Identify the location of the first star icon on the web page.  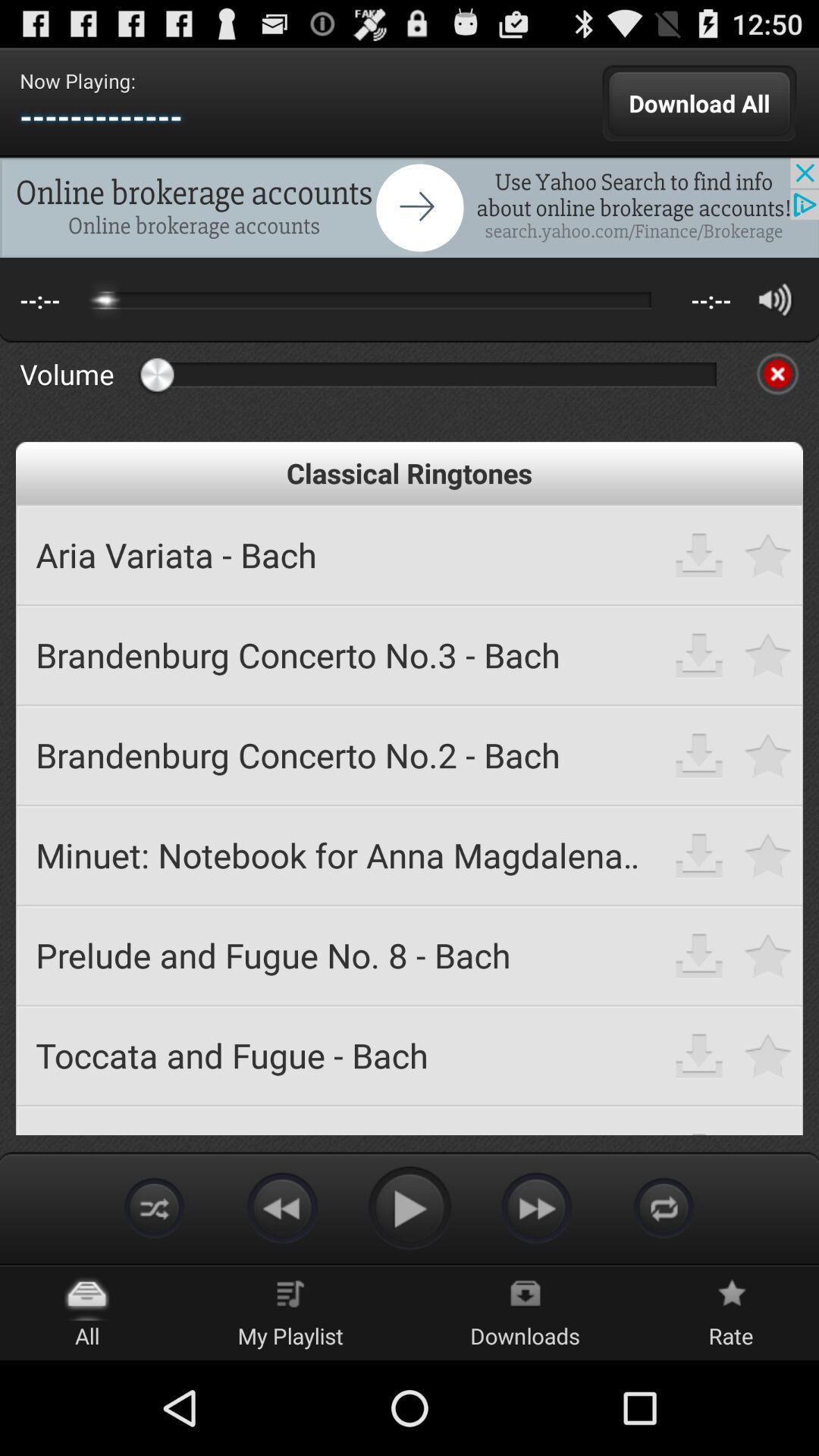
(768, 554).